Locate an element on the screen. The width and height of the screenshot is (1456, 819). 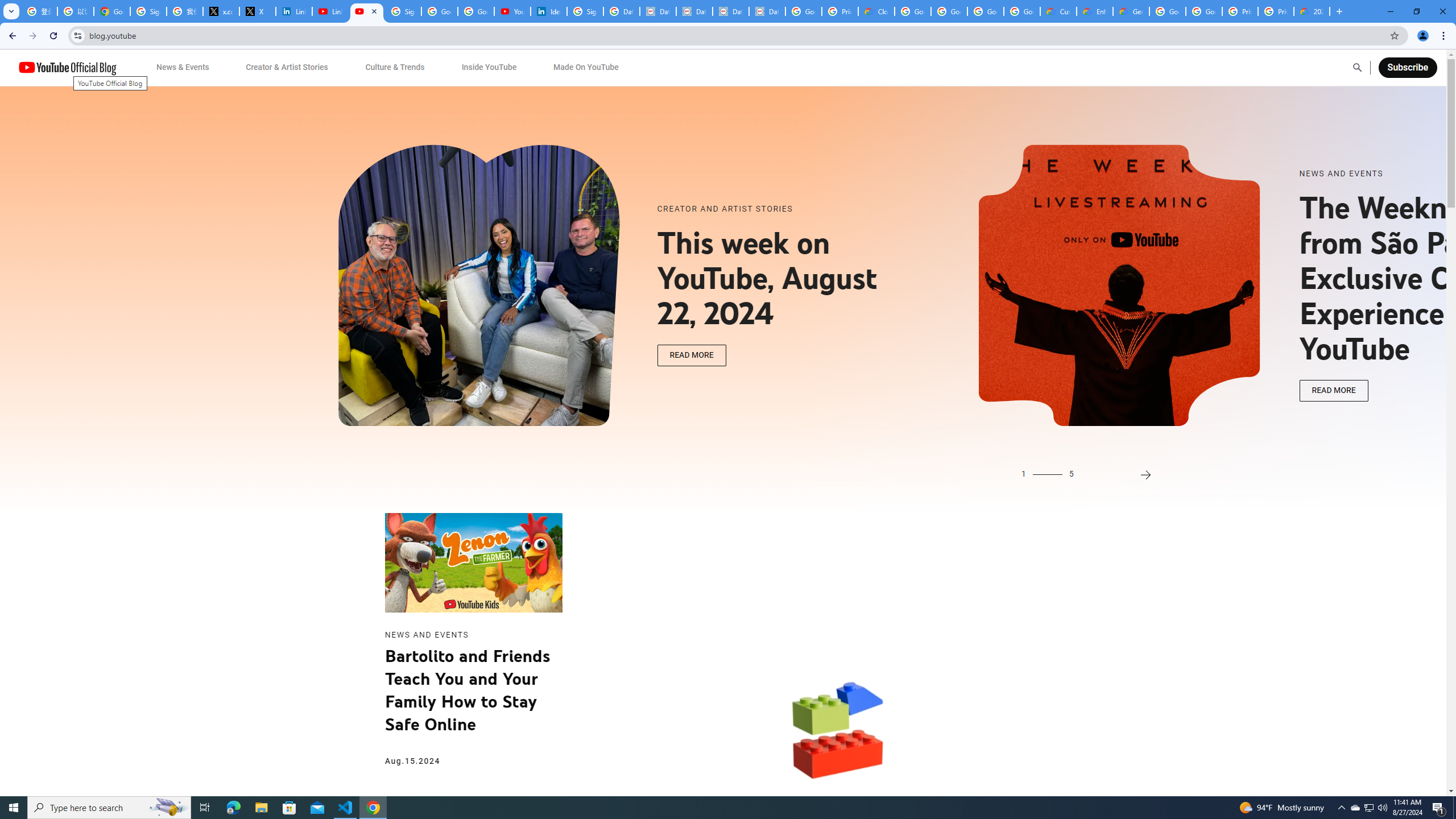
'LinkedIn Privacy Policy' is located at coordinates (294, 11).